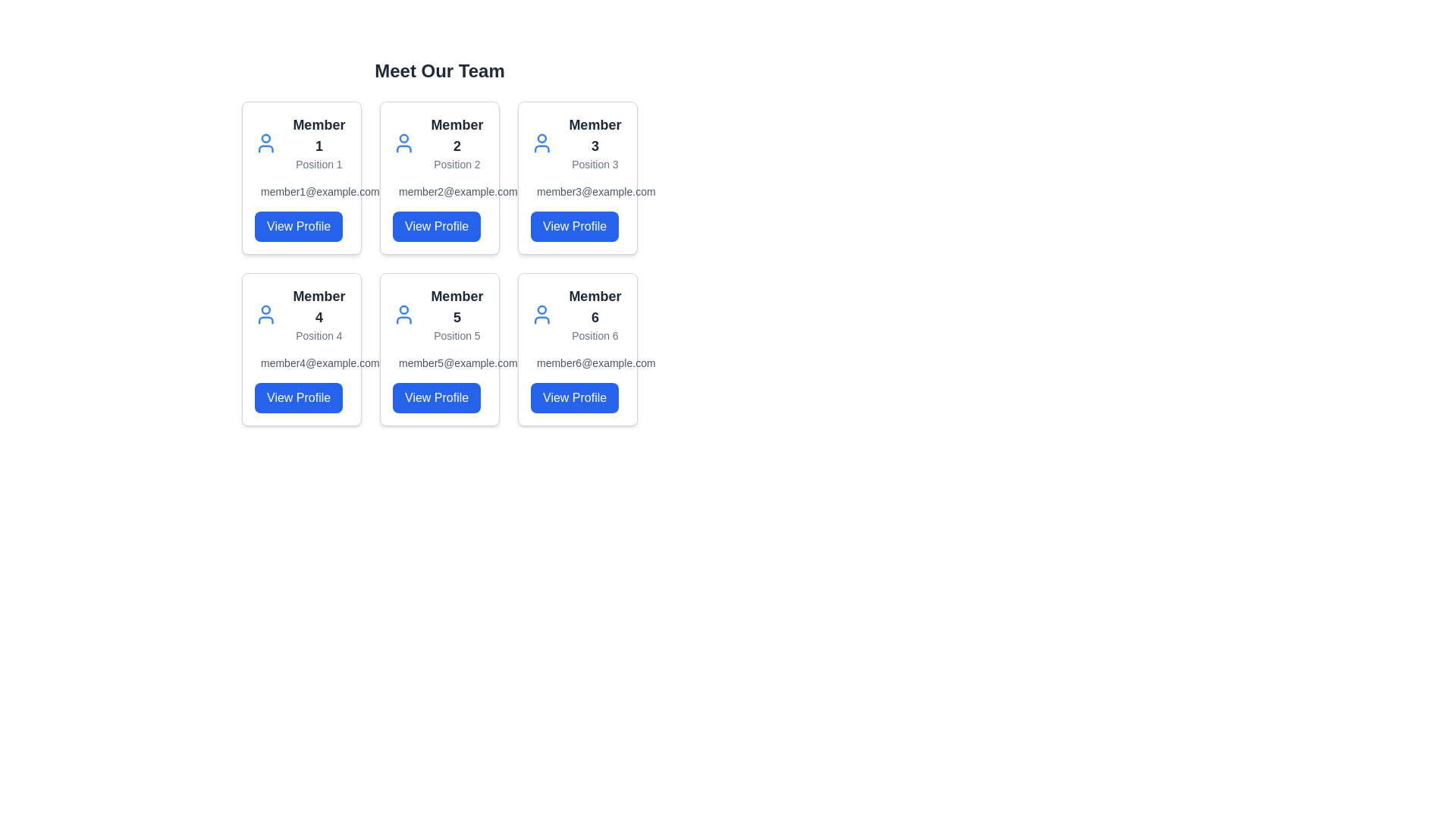  I want to click on the 'Member 3' heading/text label, which is styled in bold, dark gray, and located in the first row, third column of the team members grid layout, so click(594, 134).